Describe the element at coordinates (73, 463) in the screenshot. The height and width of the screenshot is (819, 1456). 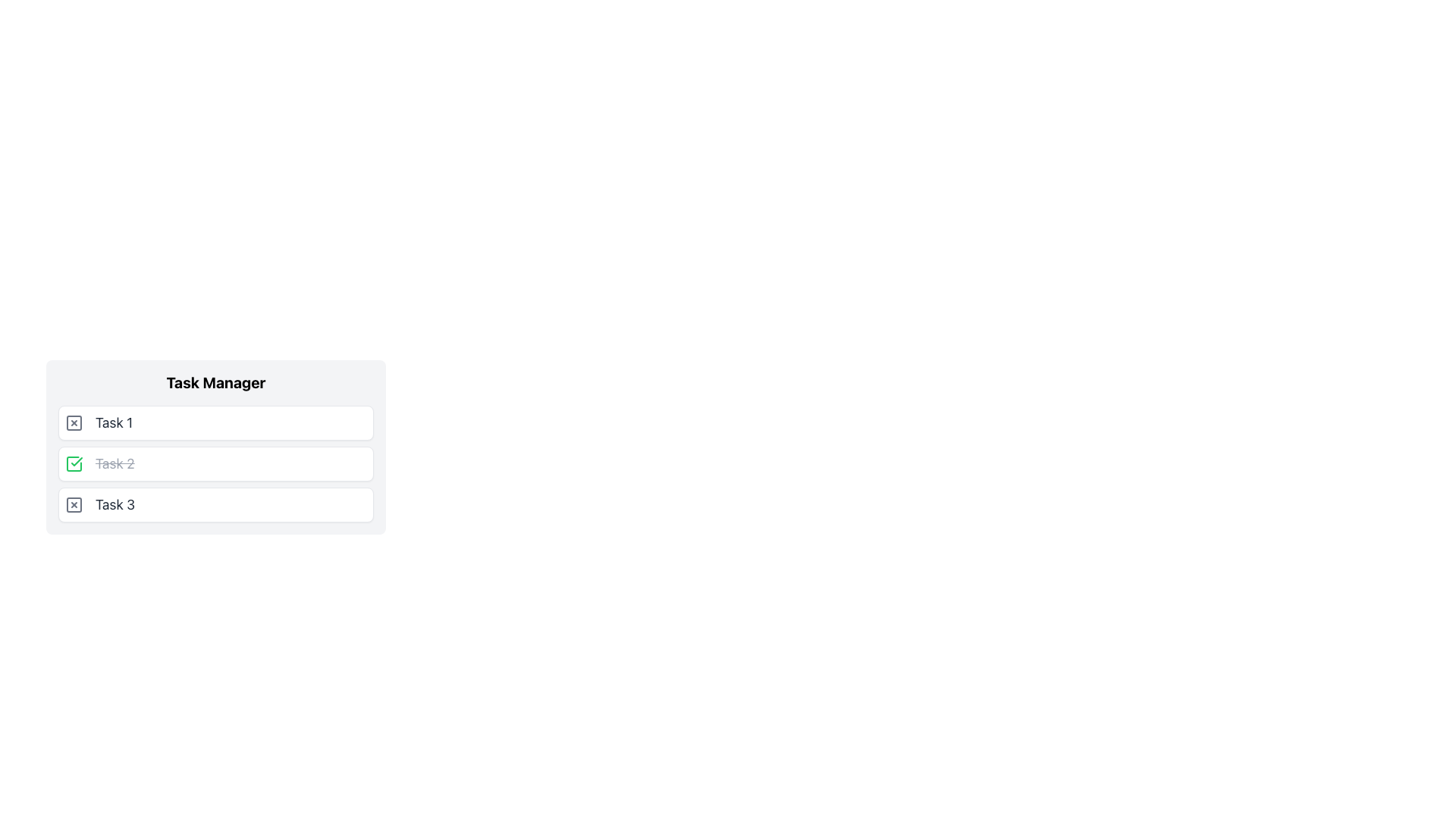
I see `the green square icon with a checkmark symbol inside, located at the top-left corner of the 'Task 2' item` at that location.